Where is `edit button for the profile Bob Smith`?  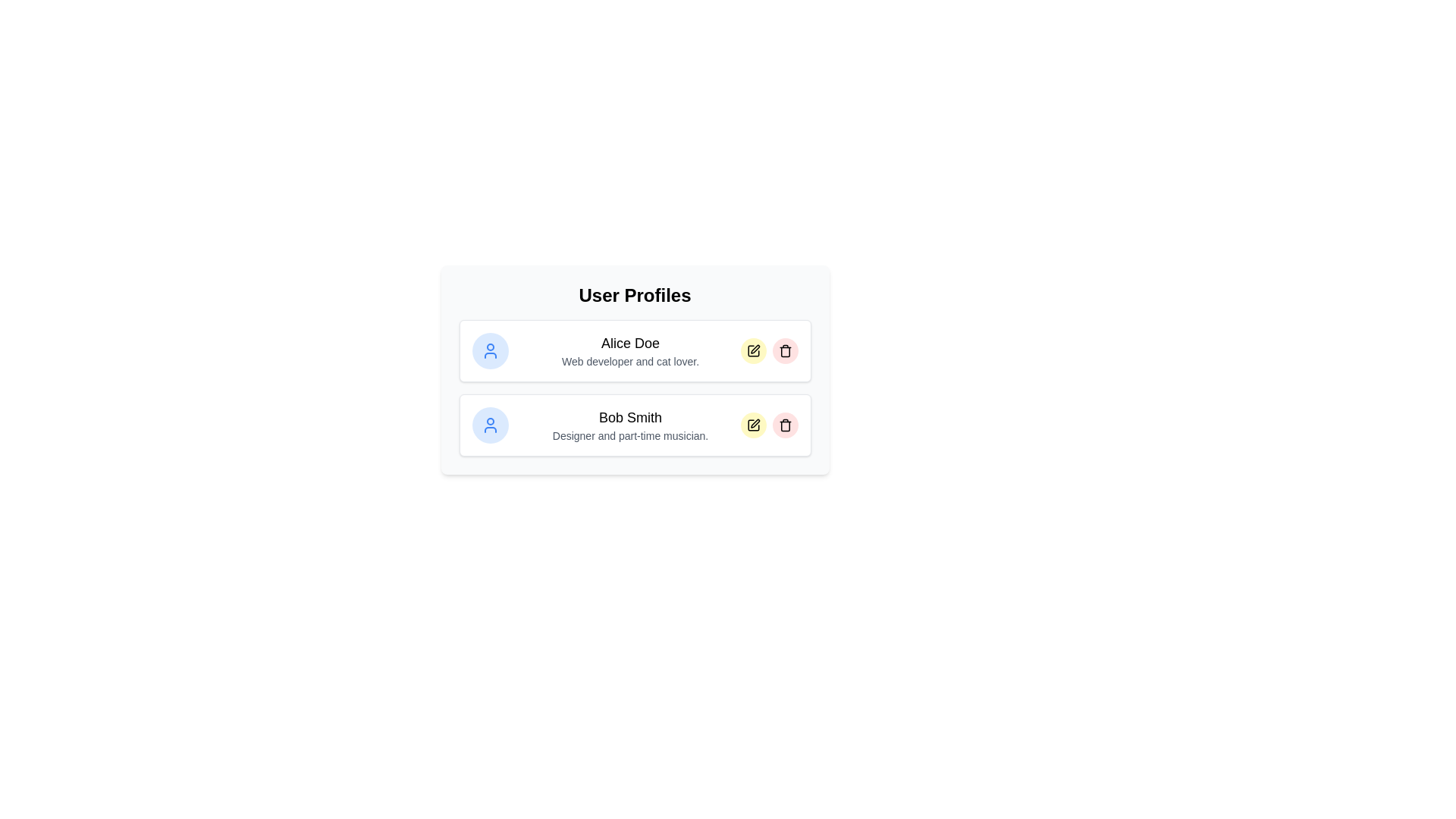 edit button for the profile Bob Smith is located at coordinates (753, 425).